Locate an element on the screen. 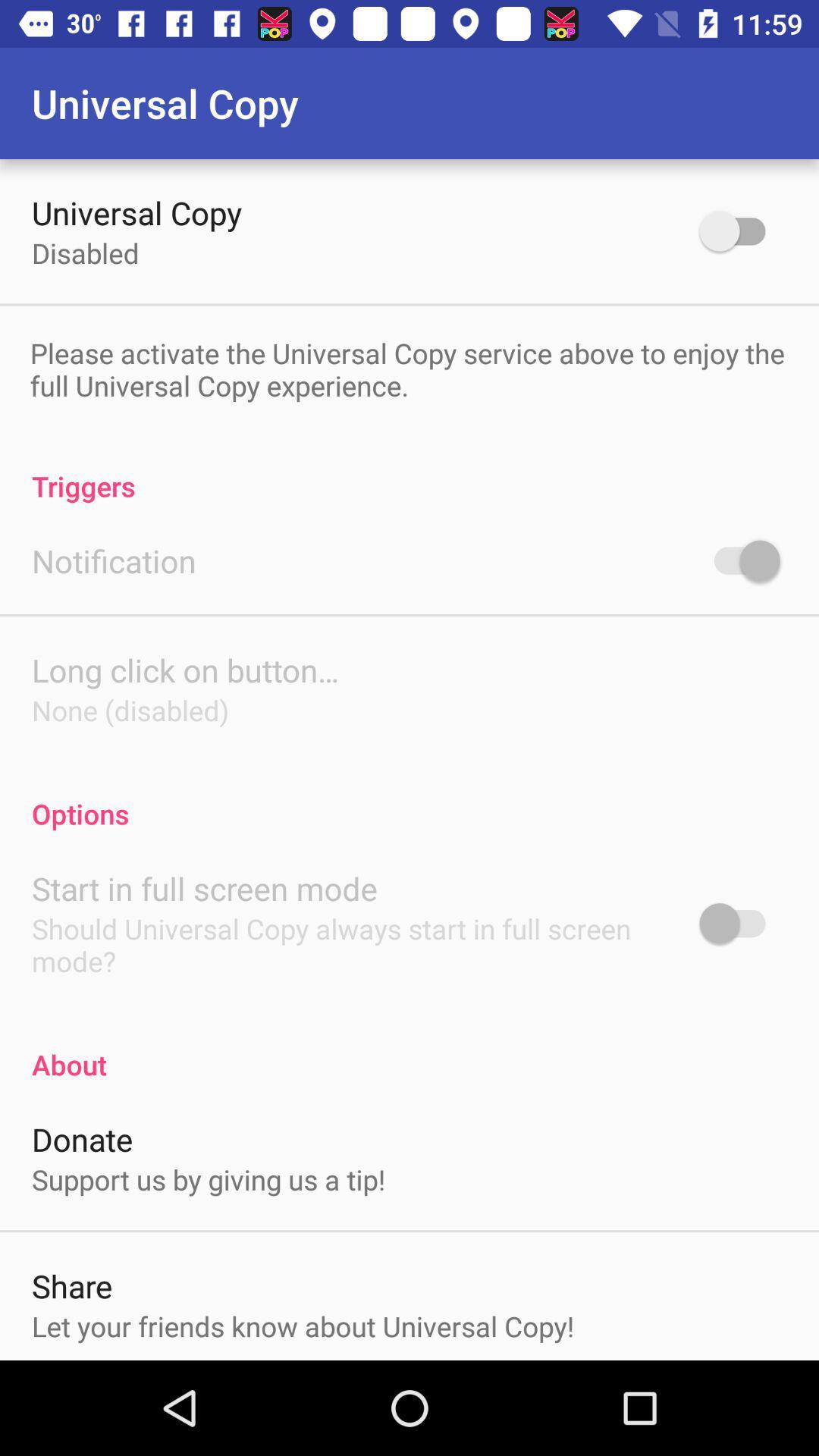  item below the support us by item is located at coordinates (72, 1285).